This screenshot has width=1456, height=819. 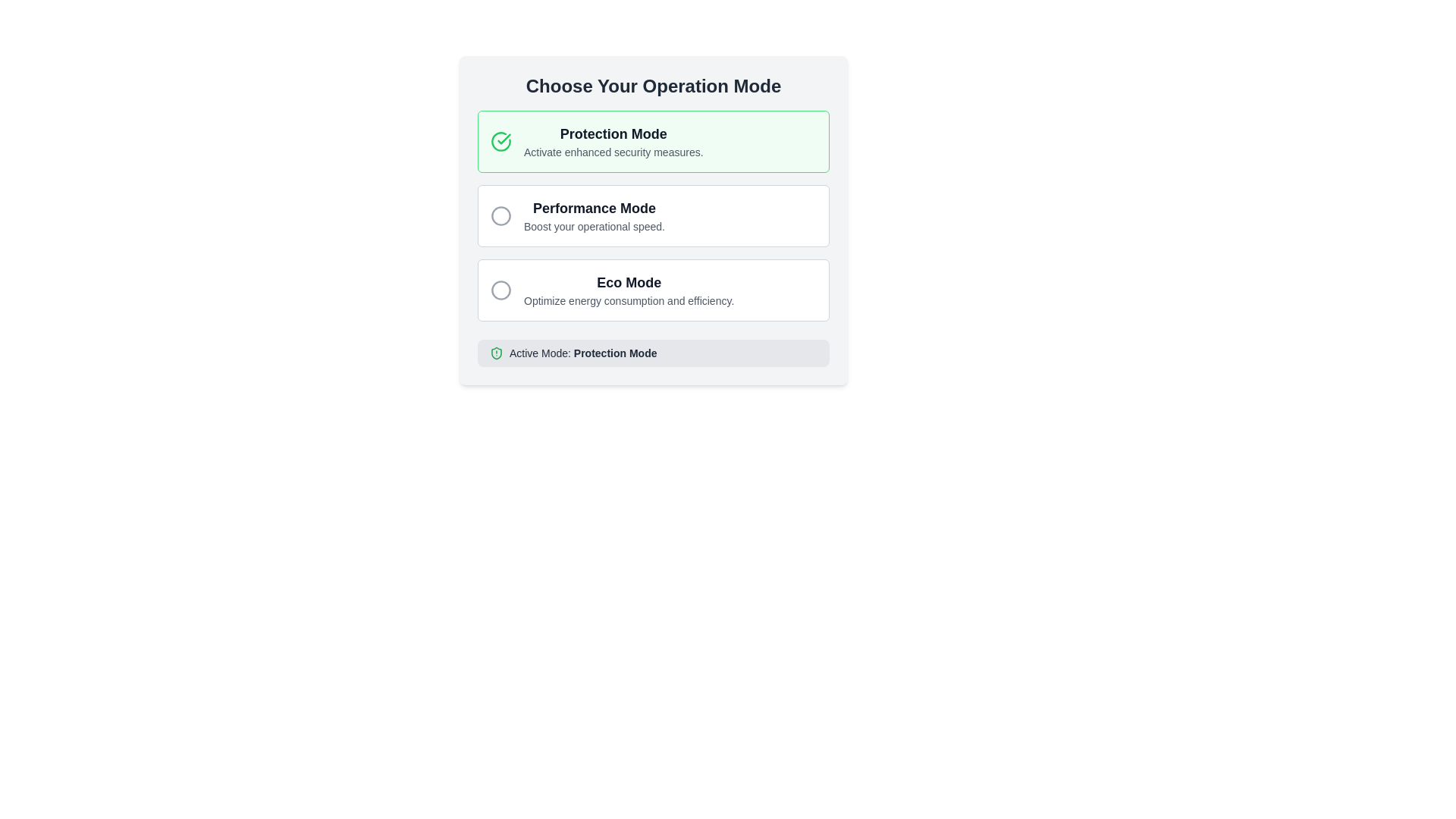 I want to click on the text label that serves as a descriptive subtitle for the 'Protection Mode' option in the selection interface, located directly beneath the 'Protection Mode' text, so click(x=613, y=152).